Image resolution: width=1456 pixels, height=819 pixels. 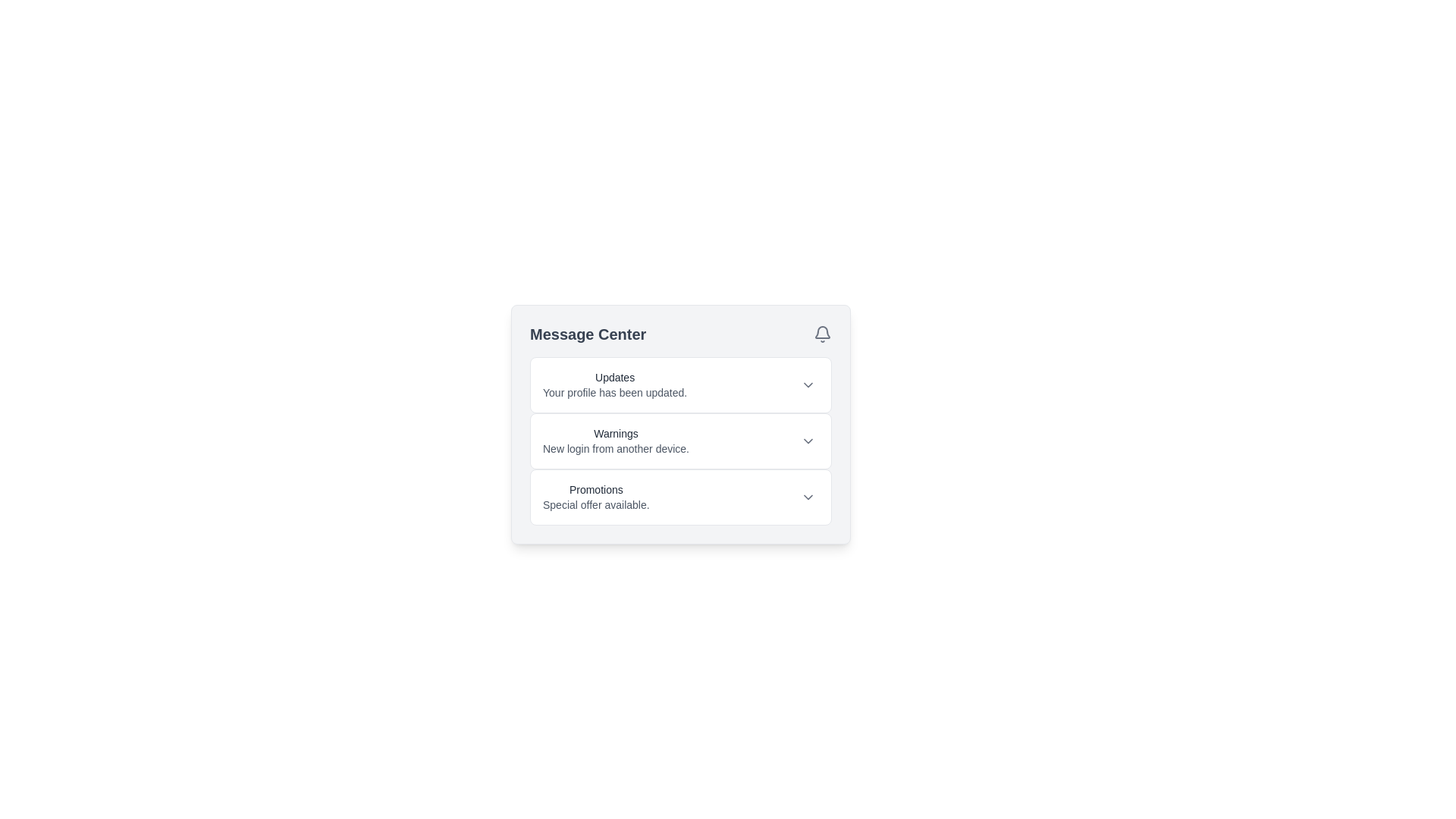 What do you see at coordinates (807, 497) in the screenshot?
I see `the downward-pointing chevron icon in the 'Promotions' section of the 'Message Center' card` at bounding box center [807, 497].